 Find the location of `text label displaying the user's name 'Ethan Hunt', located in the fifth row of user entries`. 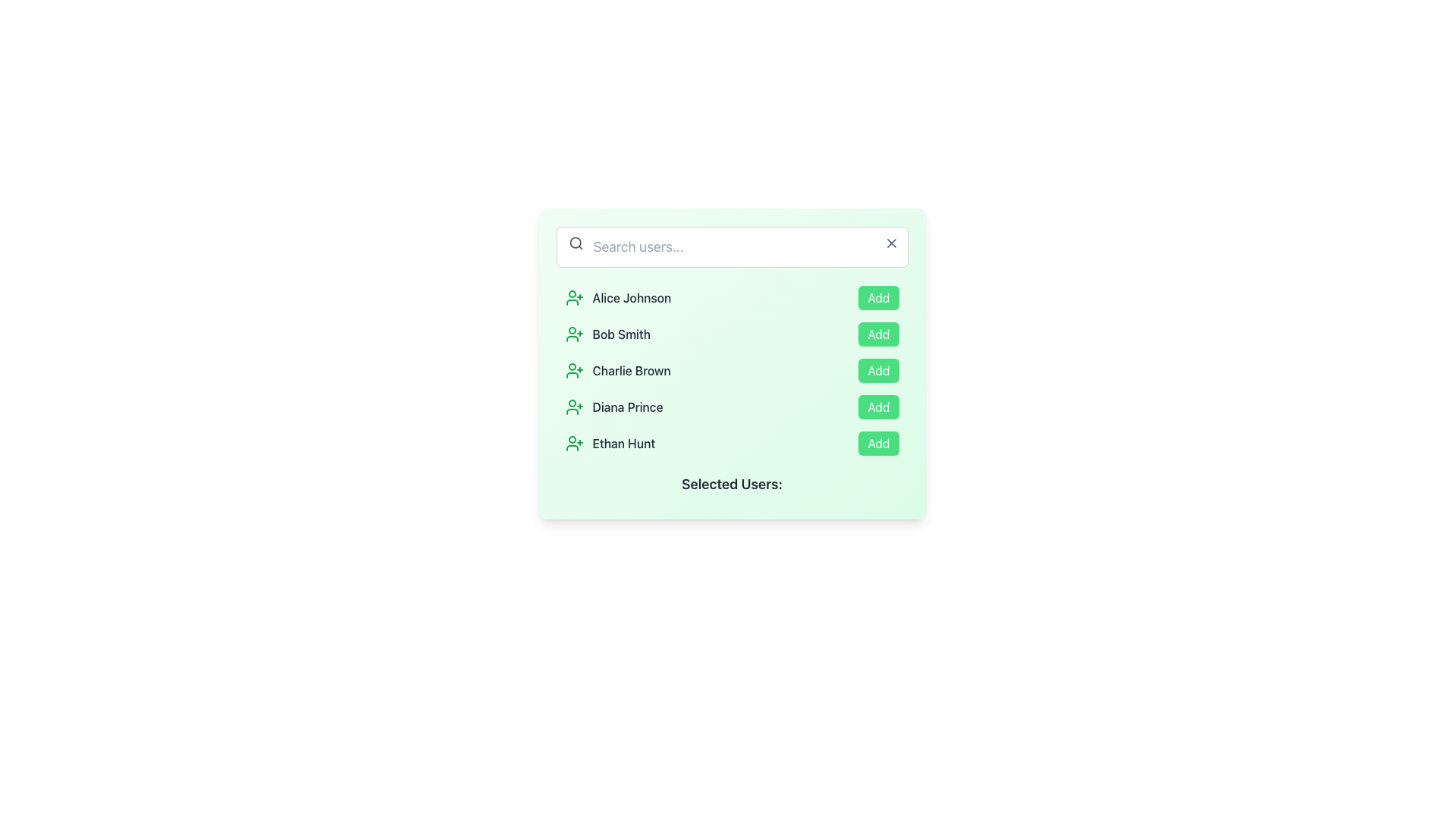

text label displaying the user's name 'Ethan Hunt', located in the fifth row of user entries is located at coordinates (623, 444).